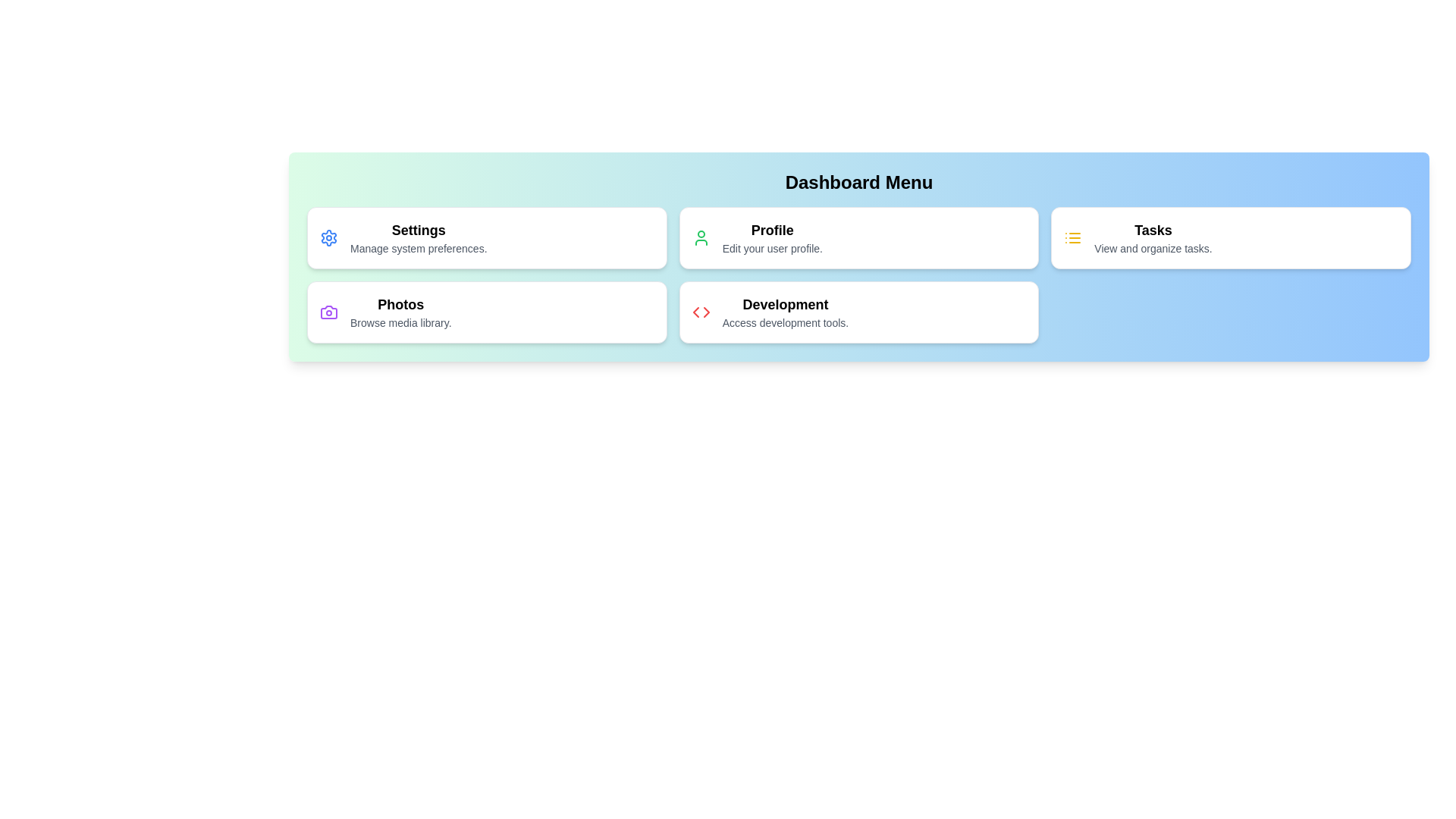 The image size is (1456, 819). What do you see at coordinates (1231, 237) in the screenshot?
I see `the menu item labeled Tasks to navigate to its associated functionality` at bounding box center [1231, 237].